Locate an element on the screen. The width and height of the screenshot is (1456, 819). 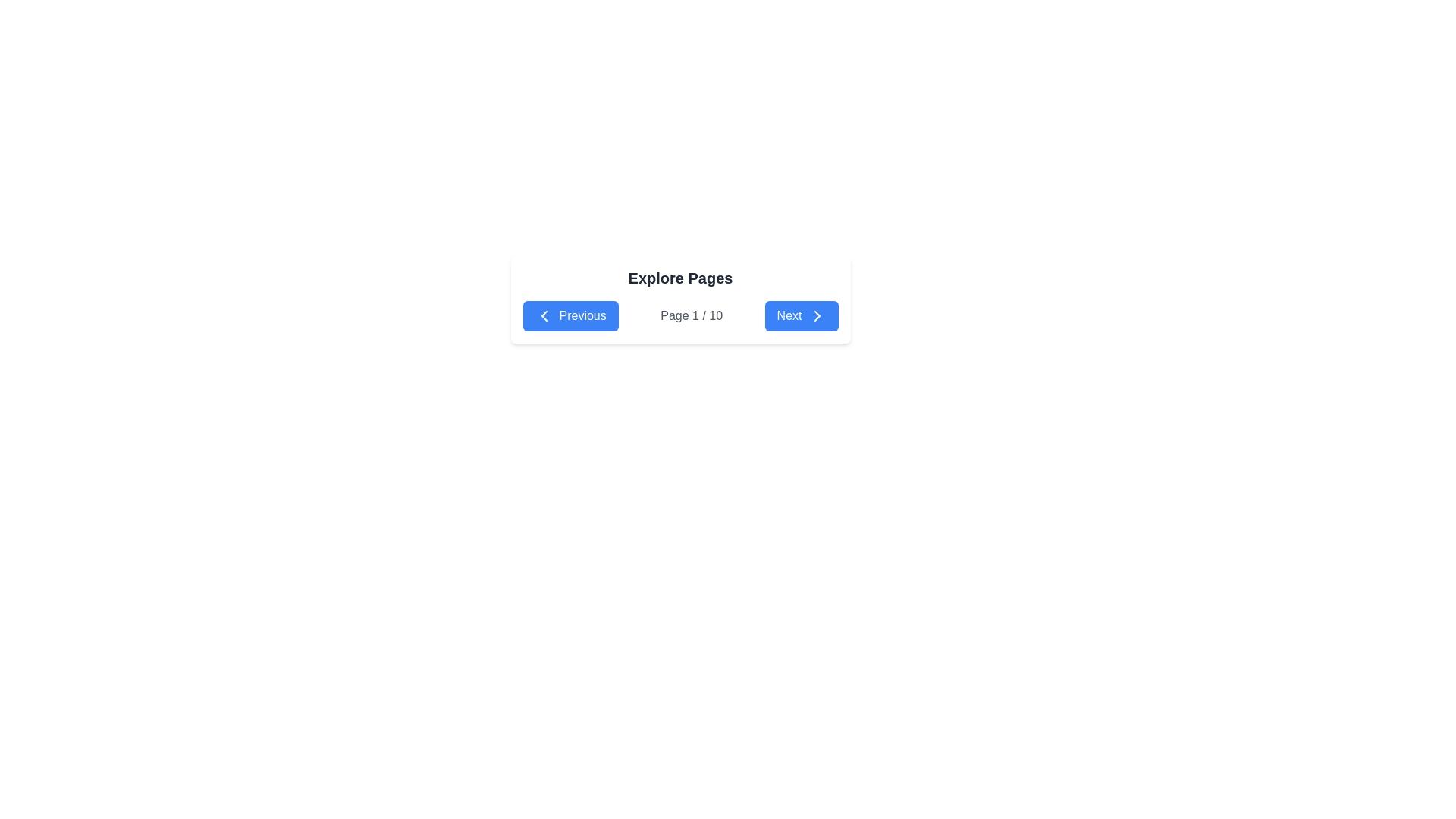
the 'Previous' button, which has a blue background and white text is located at coordinates (570, 315).